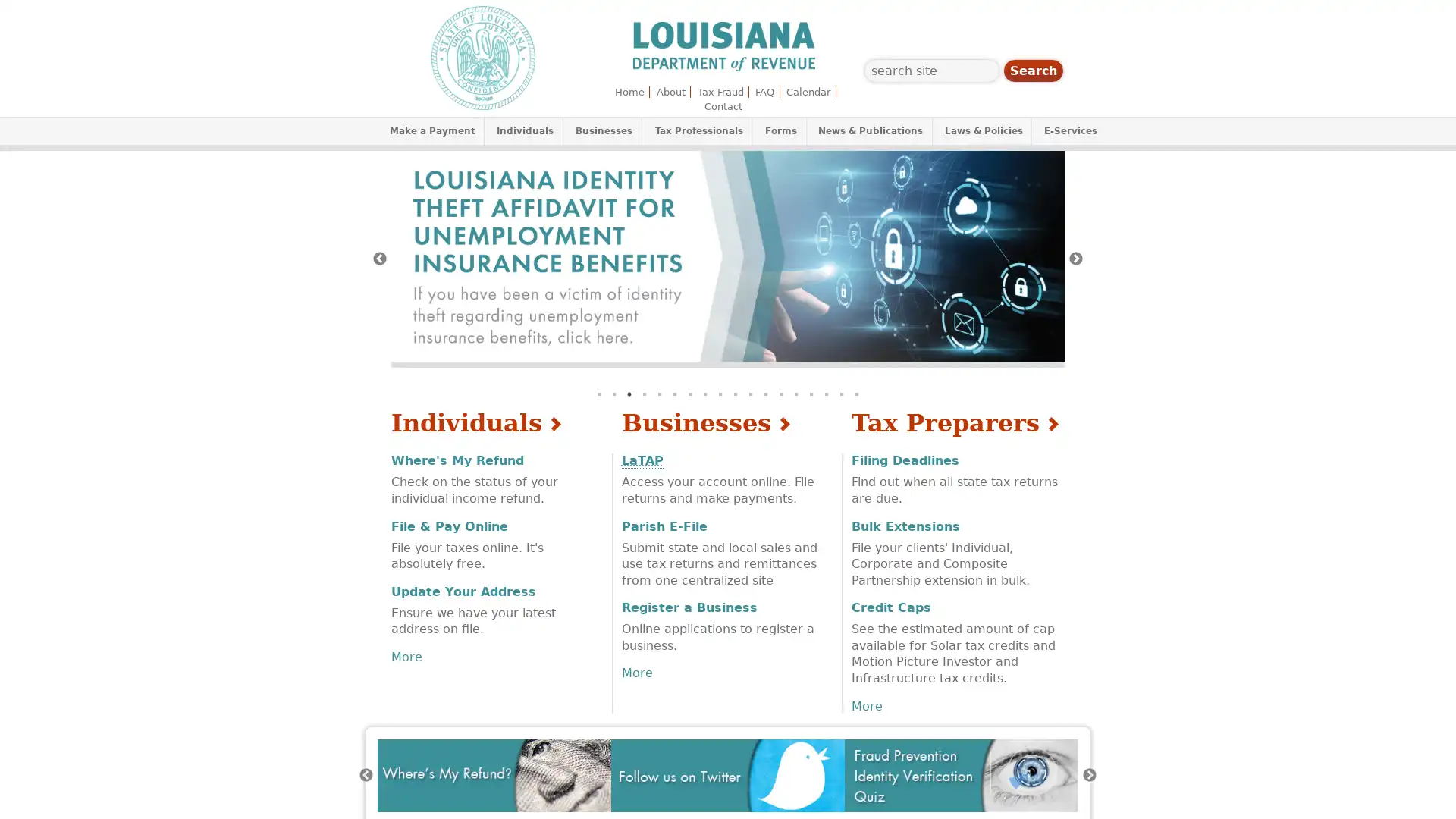  I want to click on 14, so click(795, 394).